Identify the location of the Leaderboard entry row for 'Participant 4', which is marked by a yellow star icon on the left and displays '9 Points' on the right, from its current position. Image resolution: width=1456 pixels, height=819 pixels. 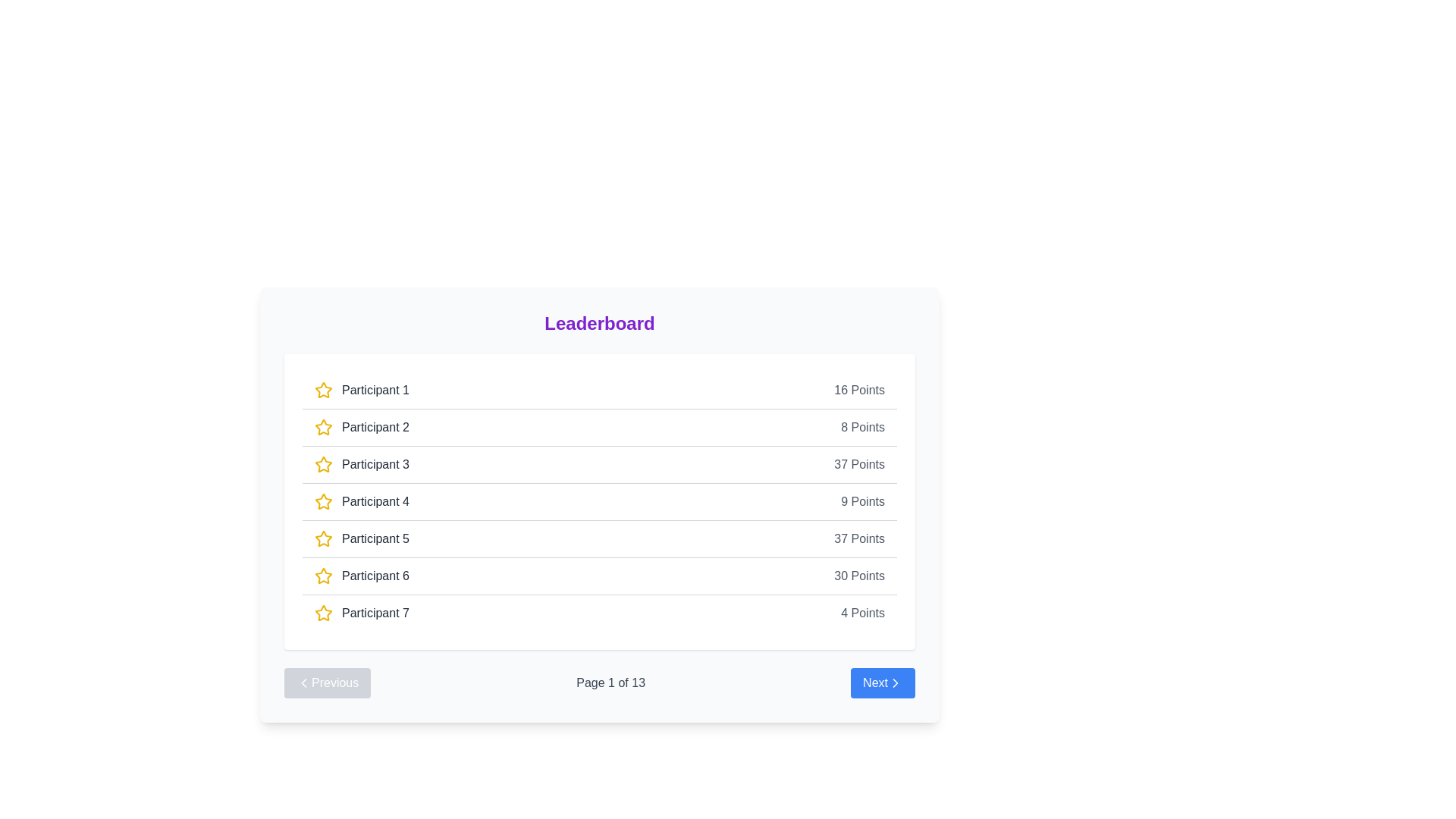
(599, 501).